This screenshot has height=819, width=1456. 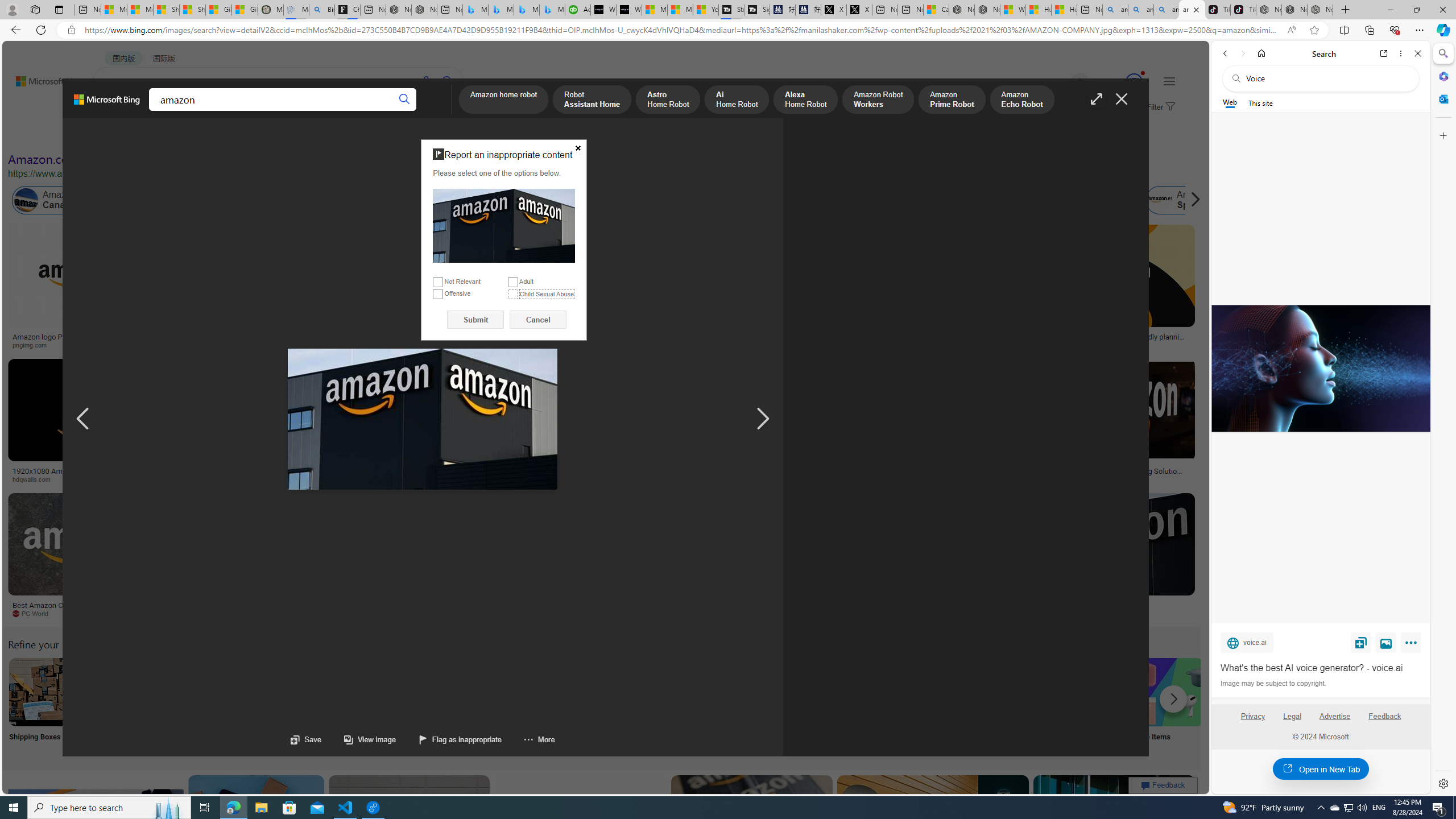 I want to click on 'Web scope', so click(x=1230, y=102).